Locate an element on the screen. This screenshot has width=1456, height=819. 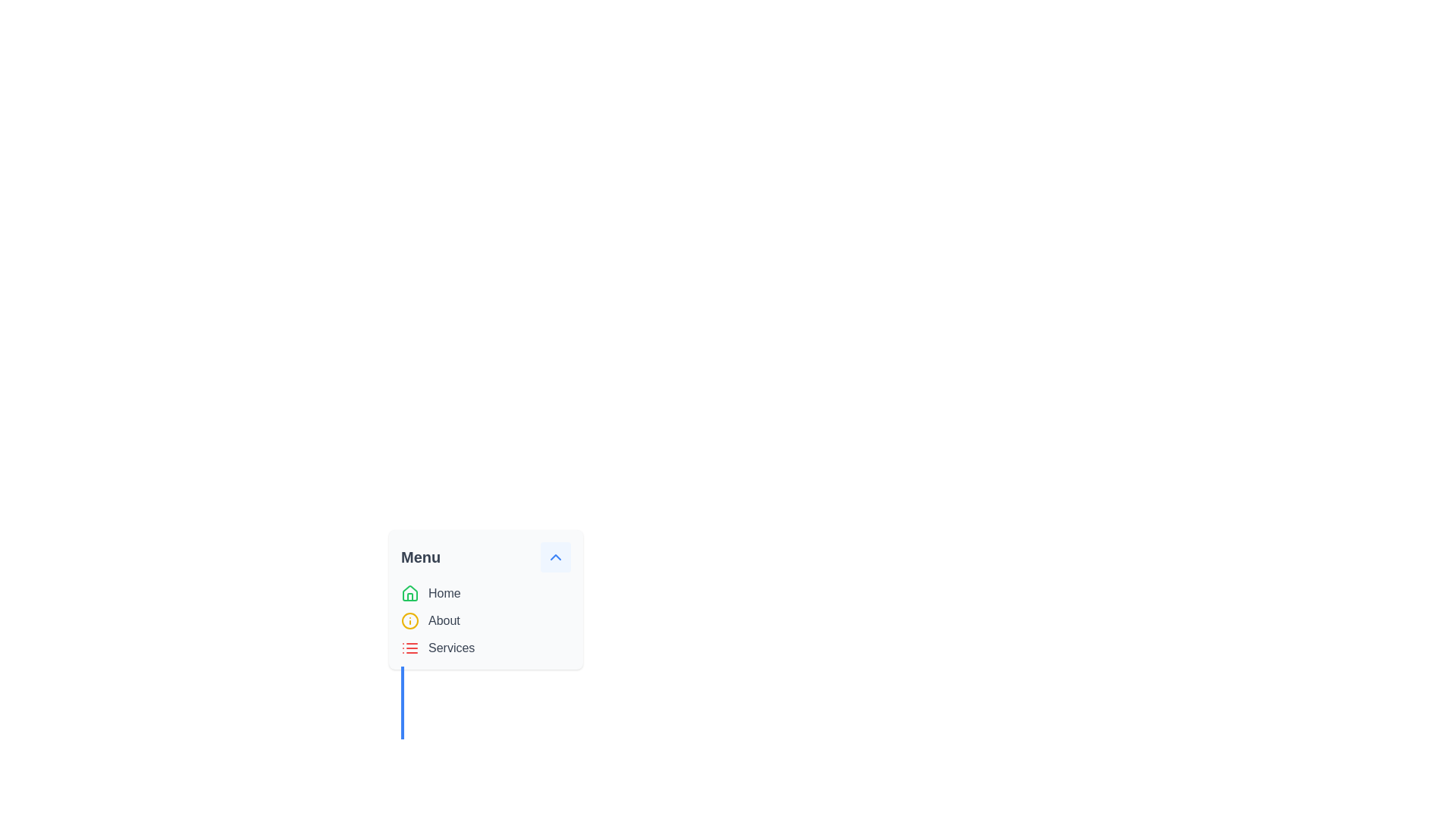
the circular information icon with a yellow stroke and white fill, located to the left of the 'About' text label in the menu component is located at coordinates (410, 620).